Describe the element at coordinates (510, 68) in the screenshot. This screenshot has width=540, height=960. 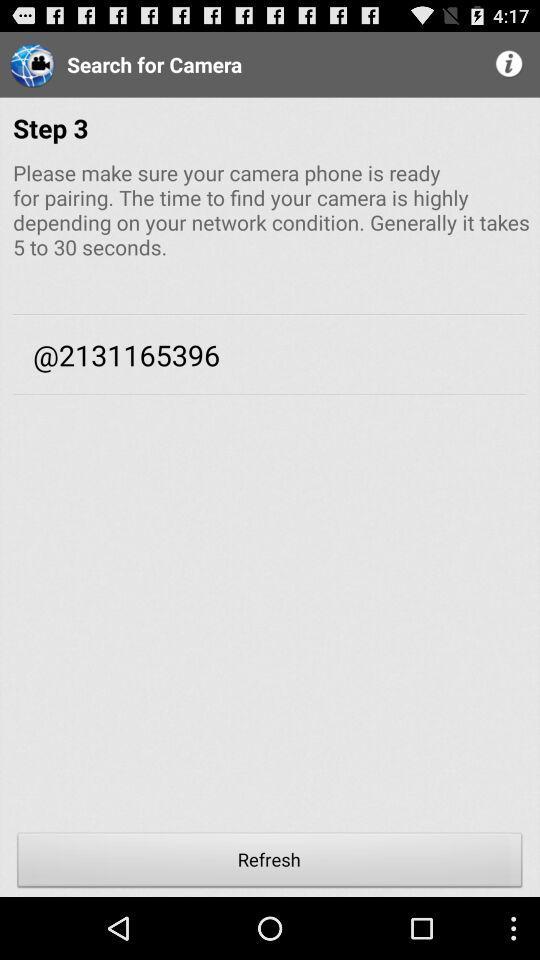
I see `the info icon` at that location.